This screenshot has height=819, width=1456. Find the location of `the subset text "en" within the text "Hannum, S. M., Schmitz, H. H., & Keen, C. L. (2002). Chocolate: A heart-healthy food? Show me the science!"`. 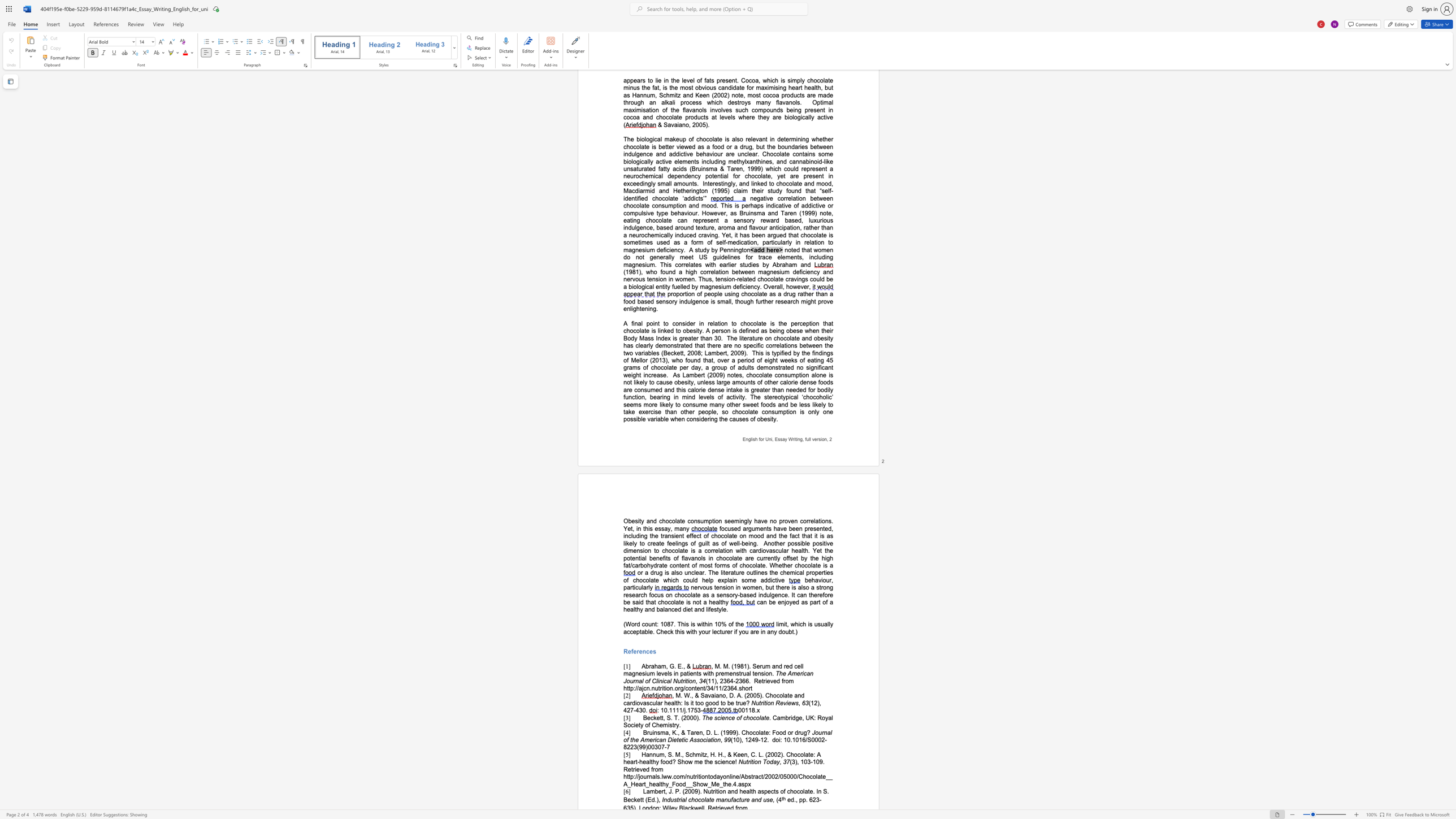

the subset text "en" within the text "Hannum, S. M., Schmitz, H. H., & Keen, C. L. (2002). Chocolate: A heart-healthy food? Show me the science!" is located at coordinates (721, 761).